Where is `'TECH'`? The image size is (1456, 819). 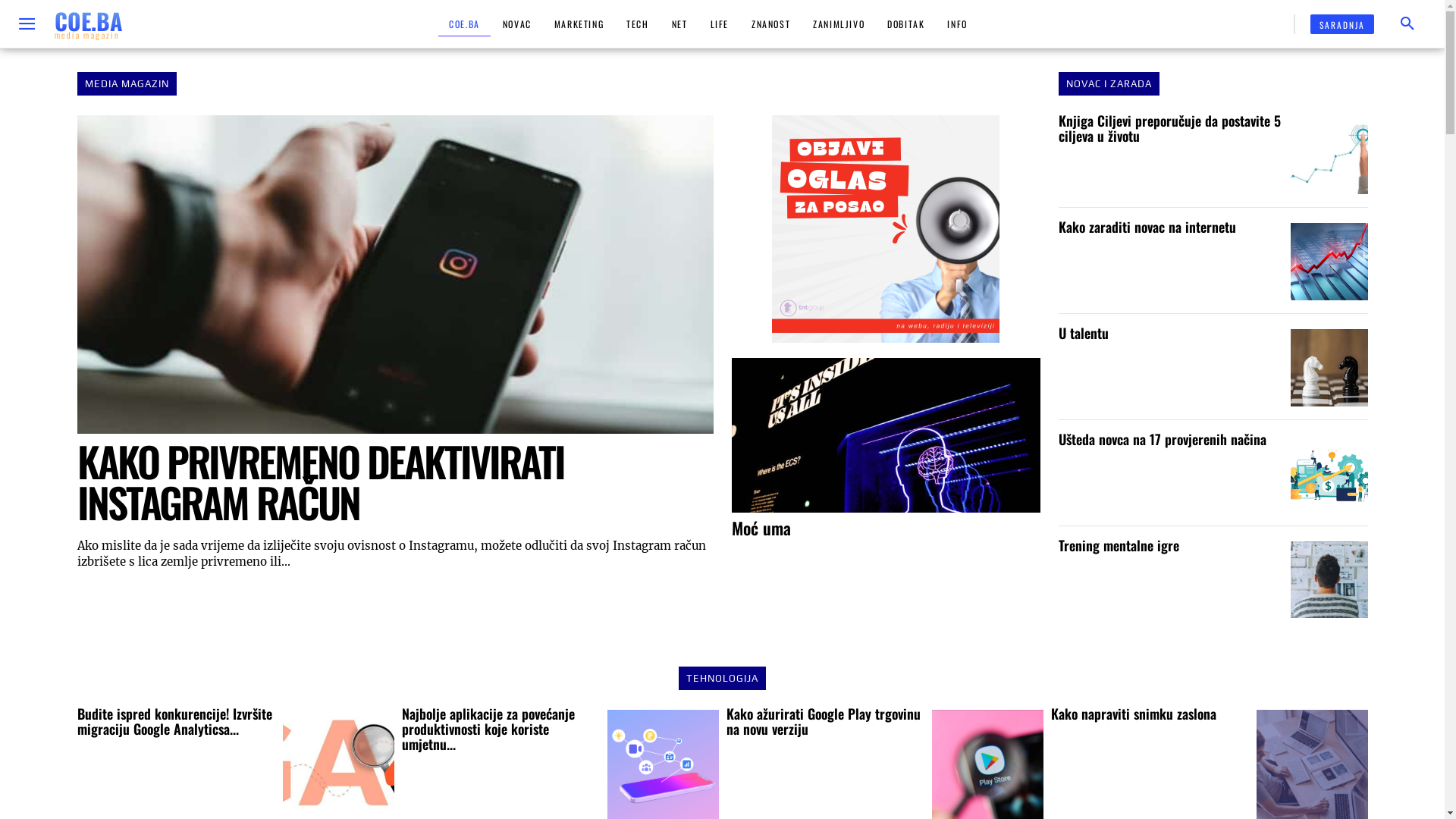 'TECH' is located at coordinates (637, 24).